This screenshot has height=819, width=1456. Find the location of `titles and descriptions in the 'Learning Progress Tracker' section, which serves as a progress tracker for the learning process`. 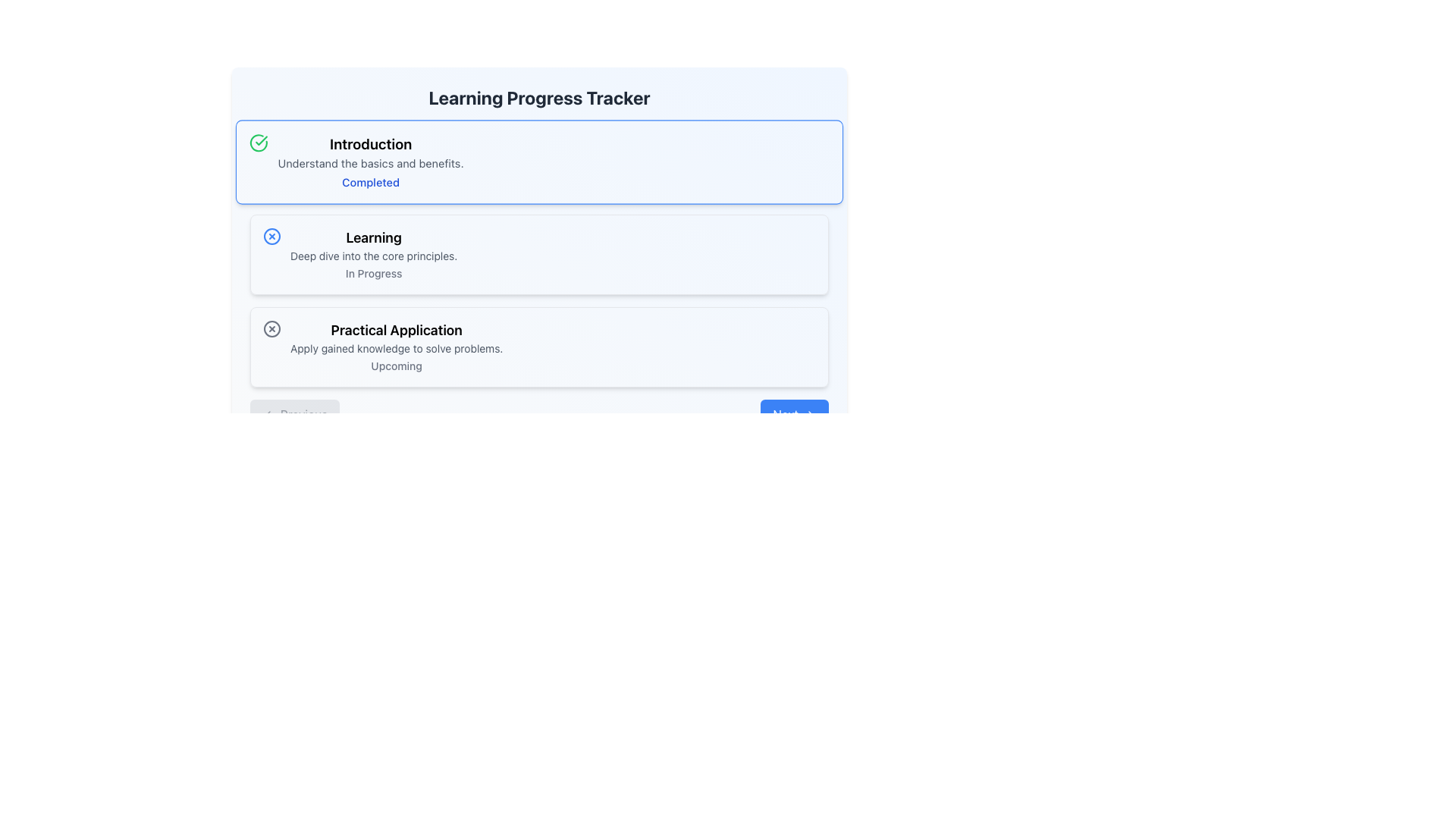

titles and descriptions in the 'Learning Progress Tracker' section, which serves as a progress tracker for the learning process is located at coordinates (539, 253).